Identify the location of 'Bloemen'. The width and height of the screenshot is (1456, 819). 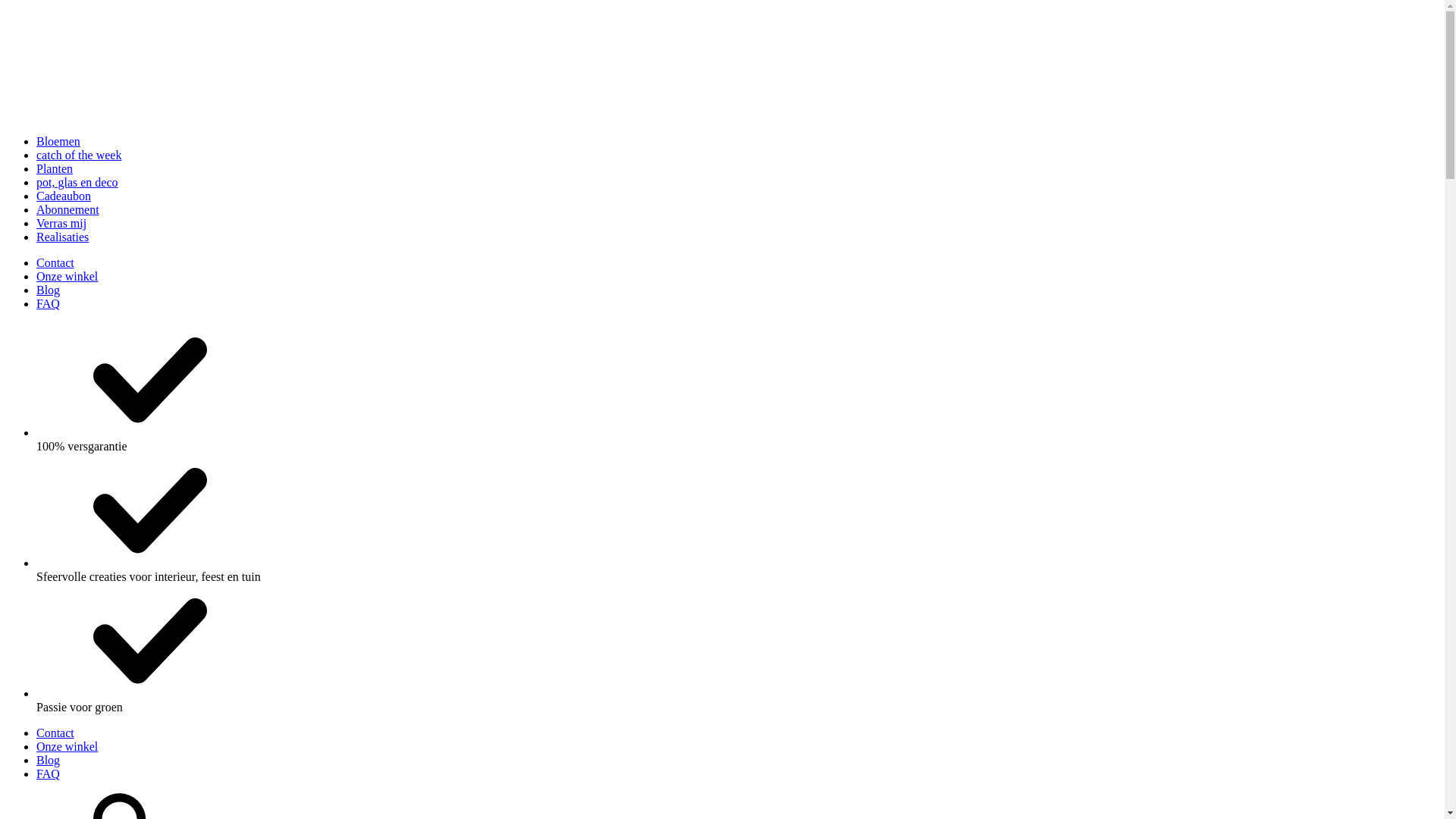
(58, 141).